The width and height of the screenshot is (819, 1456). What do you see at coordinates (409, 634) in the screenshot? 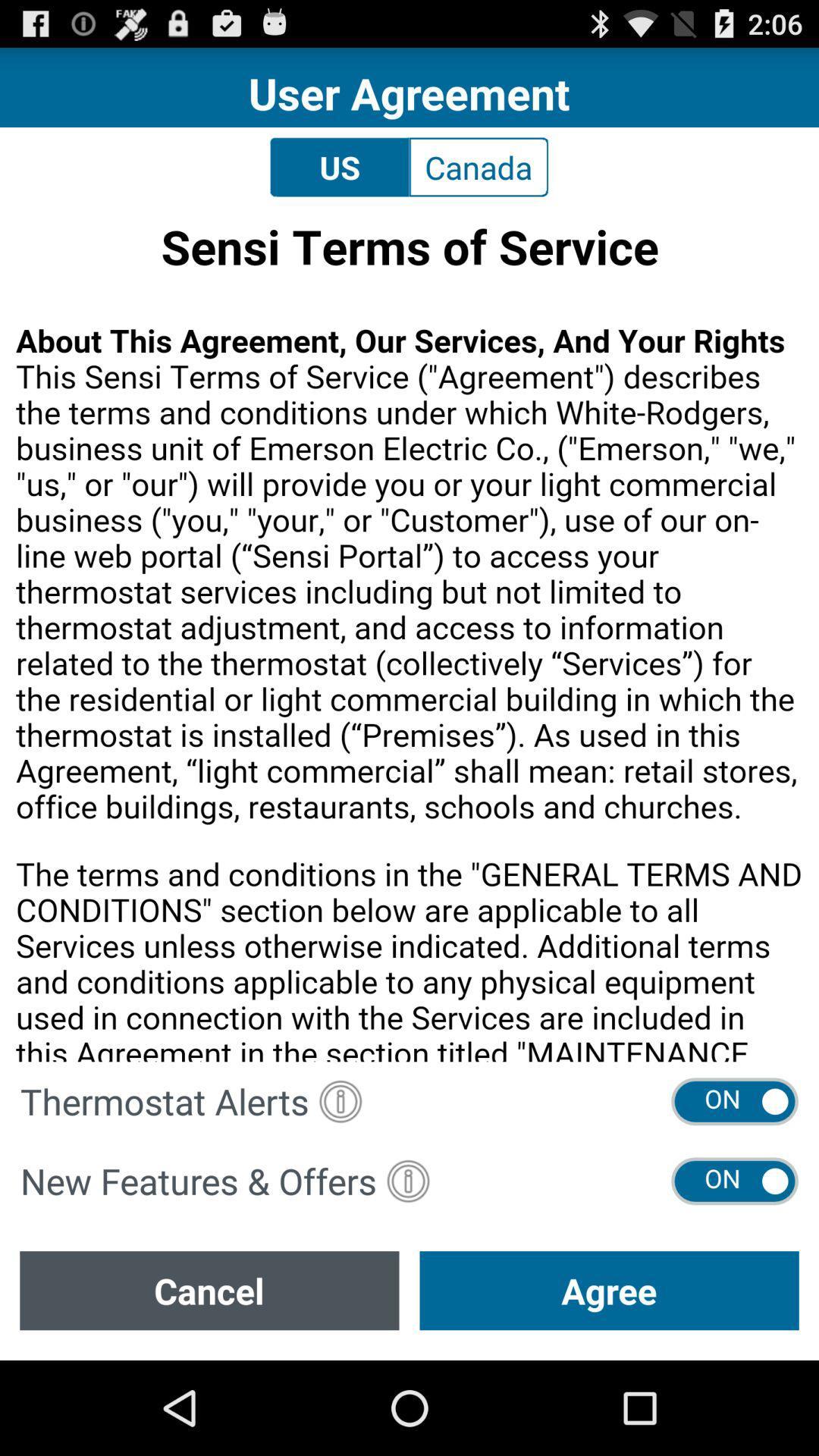
I see `privacy policy` at bounding box center [409, 634].